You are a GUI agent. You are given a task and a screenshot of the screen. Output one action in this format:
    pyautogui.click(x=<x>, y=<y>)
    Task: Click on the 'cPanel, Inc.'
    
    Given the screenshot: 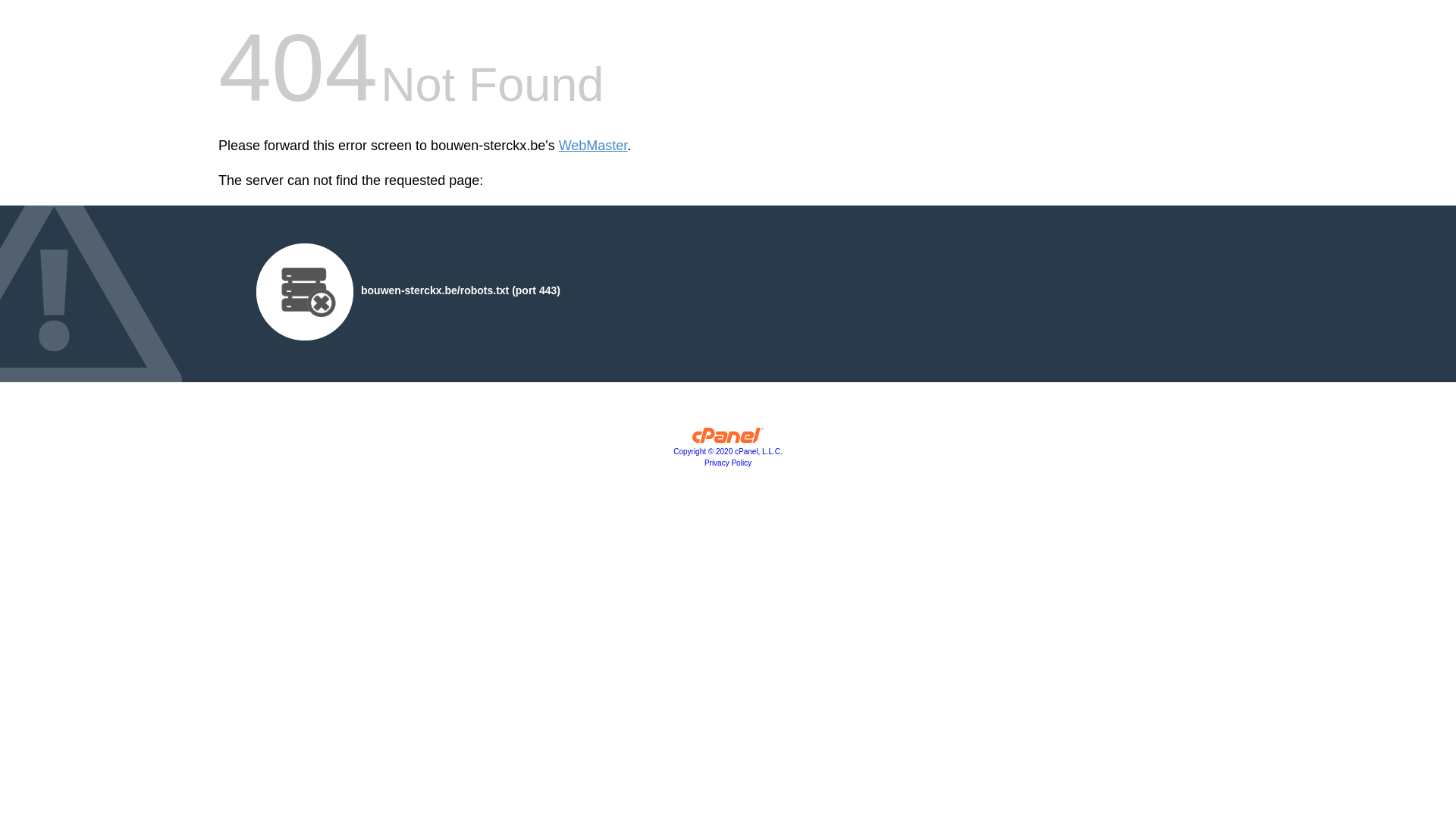 What is the action you would take?
    pyautogui.click(x=728, y=438)
    